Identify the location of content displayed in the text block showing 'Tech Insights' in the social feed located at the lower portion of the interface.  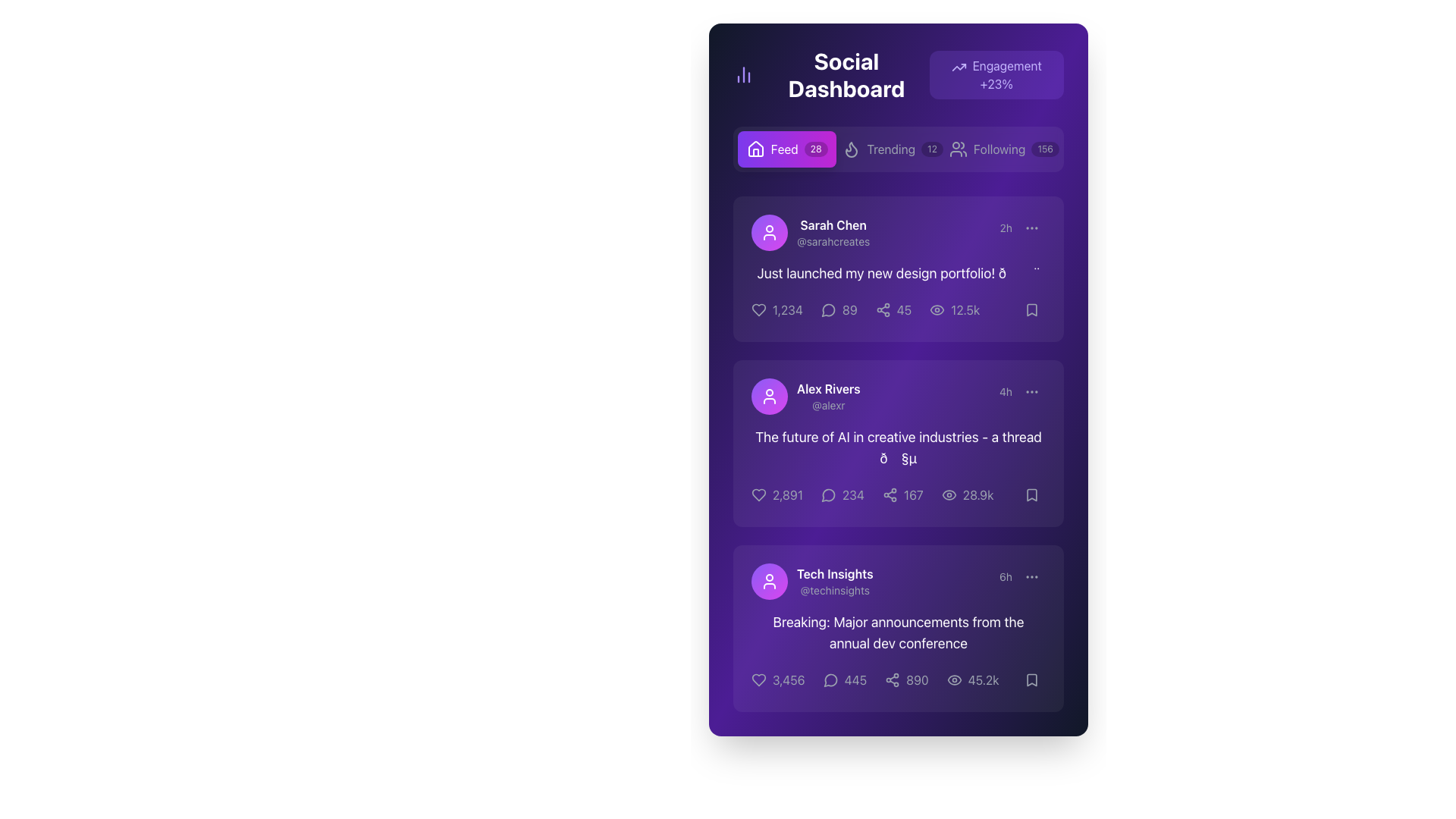
(834, 581).